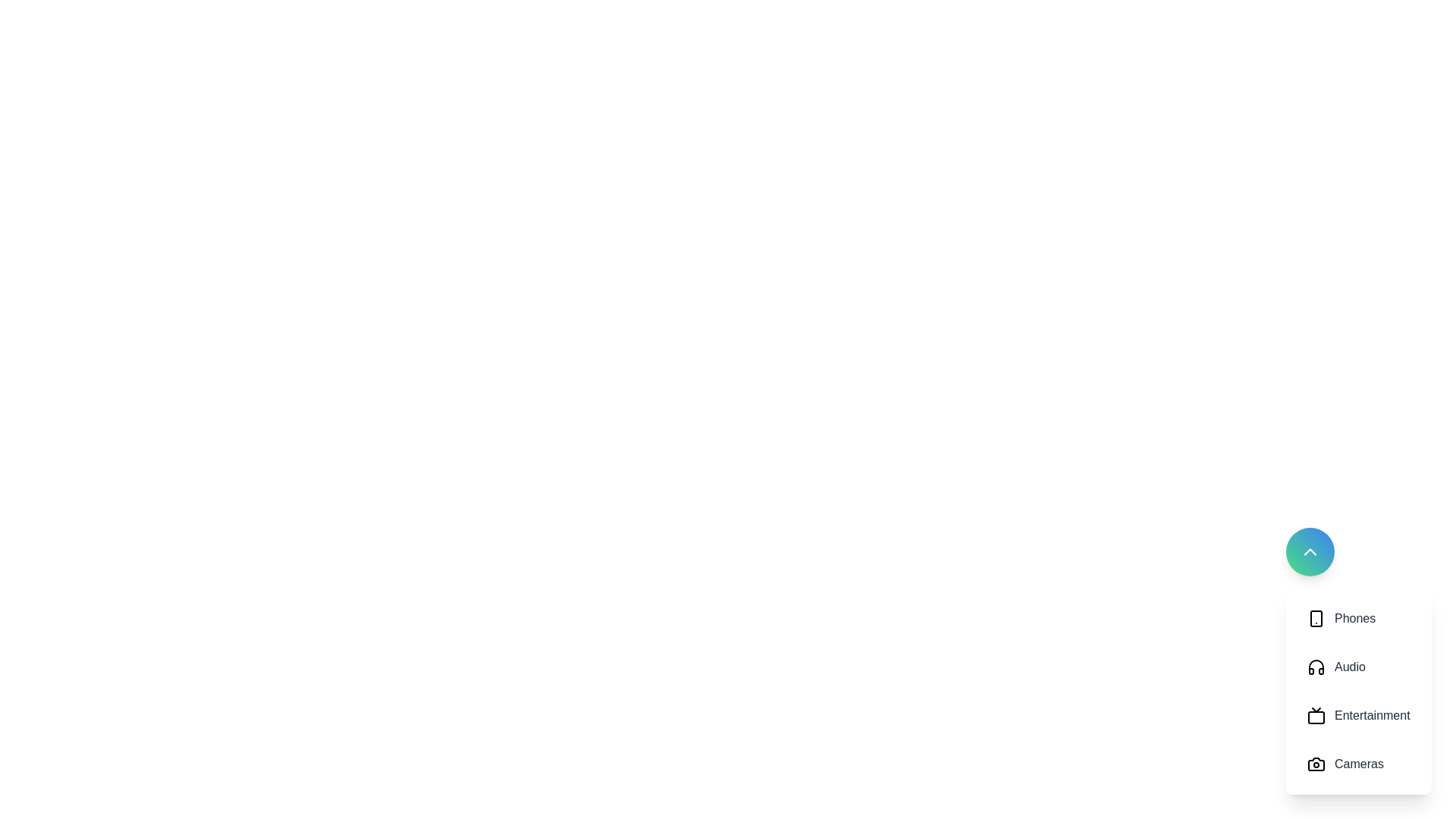 This screenshot has height=819, width=1456. Describe the element at coordinates (1358, 619) in the screenshot. I see `the button corresponding to the category Phones` at that location.